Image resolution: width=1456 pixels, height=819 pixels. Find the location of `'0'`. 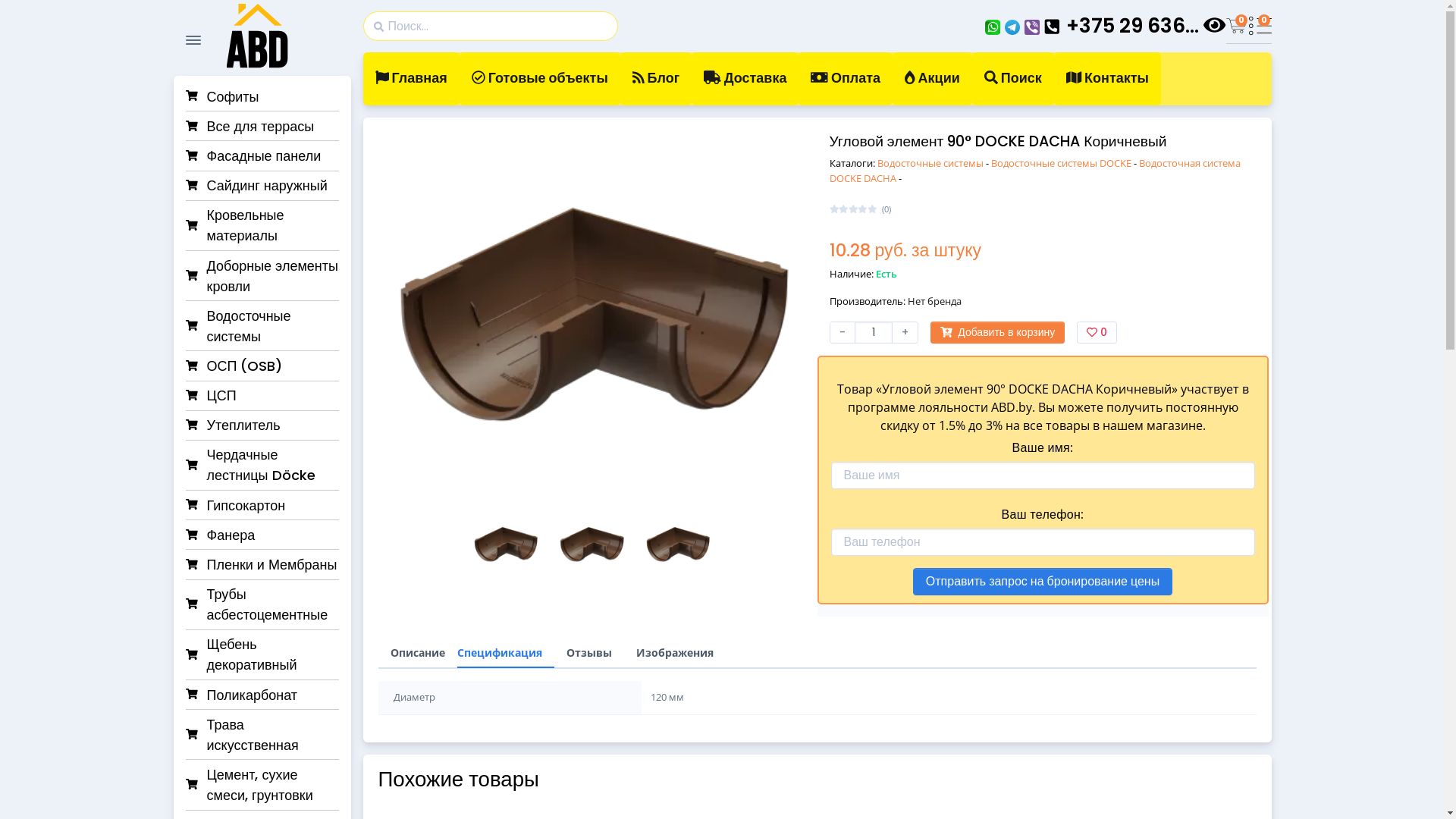

'0' is located at coordinates (1237, 26).